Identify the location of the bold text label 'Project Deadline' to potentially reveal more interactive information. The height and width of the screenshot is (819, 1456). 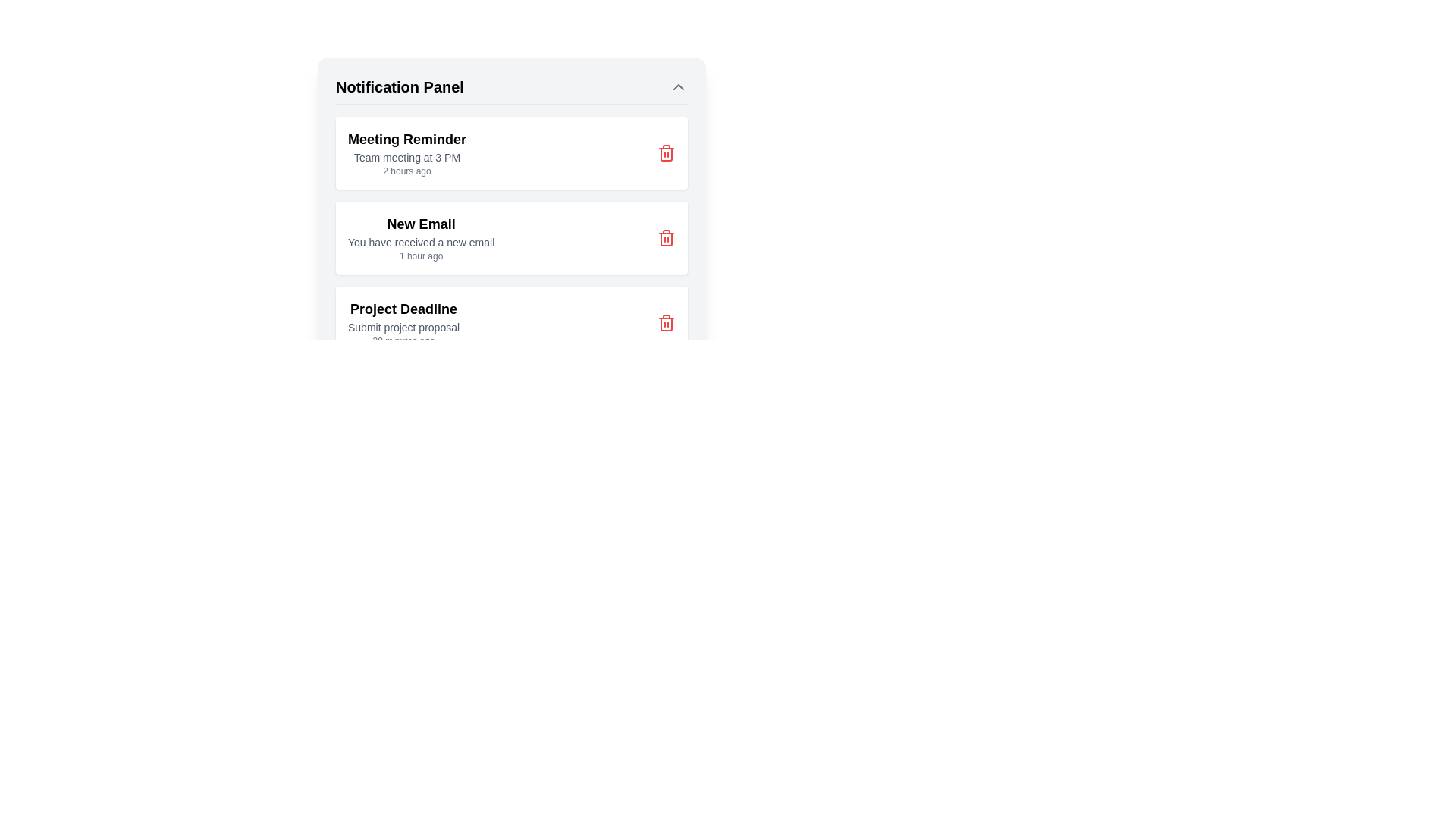
(403, 309).